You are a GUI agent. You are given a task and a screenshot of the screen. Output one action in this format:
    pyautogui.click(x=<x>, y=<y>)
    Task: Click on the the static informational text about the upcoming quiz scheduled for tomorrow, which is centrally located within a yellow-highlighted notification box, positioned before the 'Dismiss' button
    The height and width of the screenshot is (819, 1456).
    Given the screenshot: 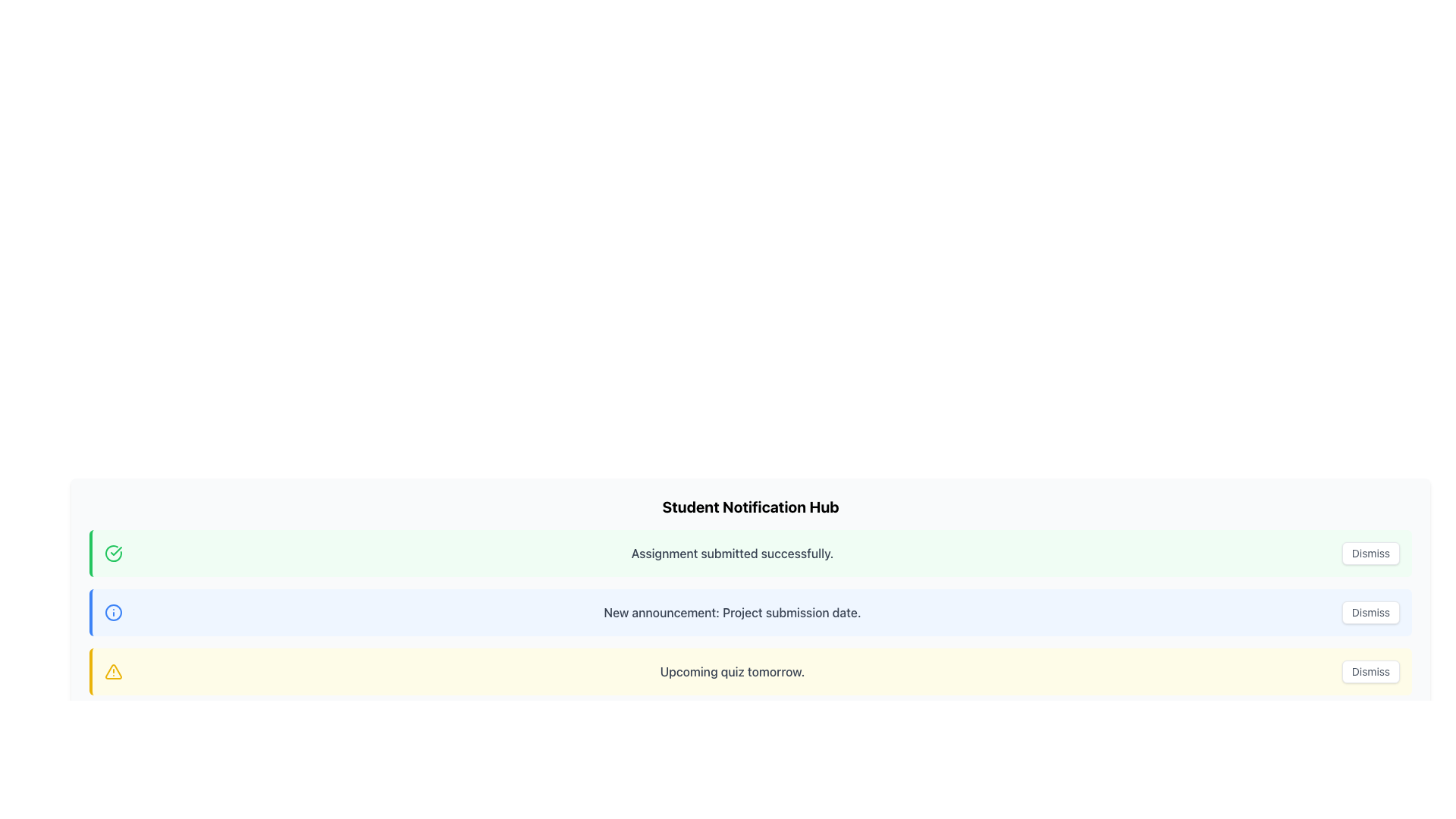 What is the action you would take?
    pyautogui.click(x=732, y=671)
    